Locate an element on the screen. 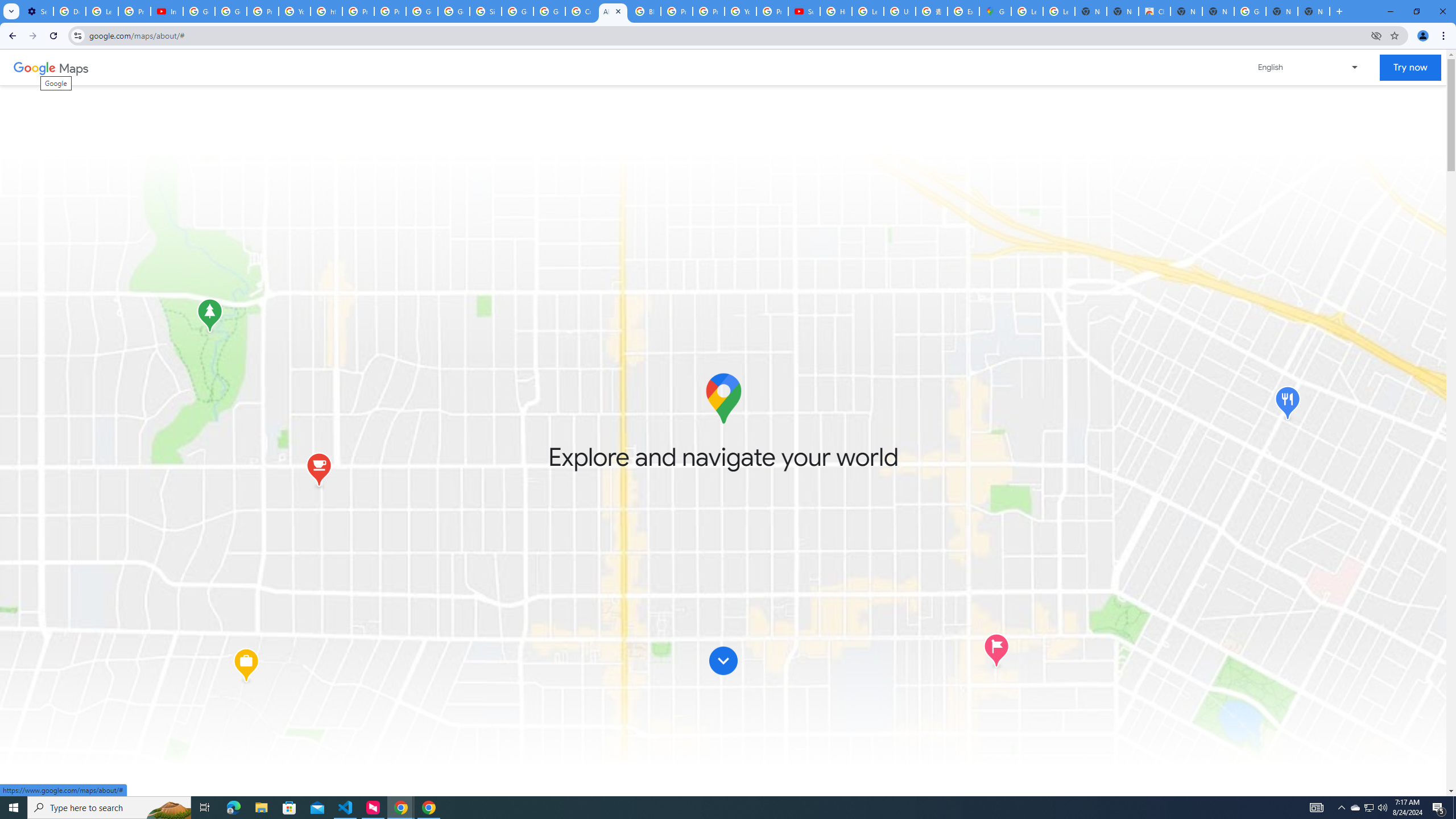  'New Tab' is located at coordinates (1314, 11).